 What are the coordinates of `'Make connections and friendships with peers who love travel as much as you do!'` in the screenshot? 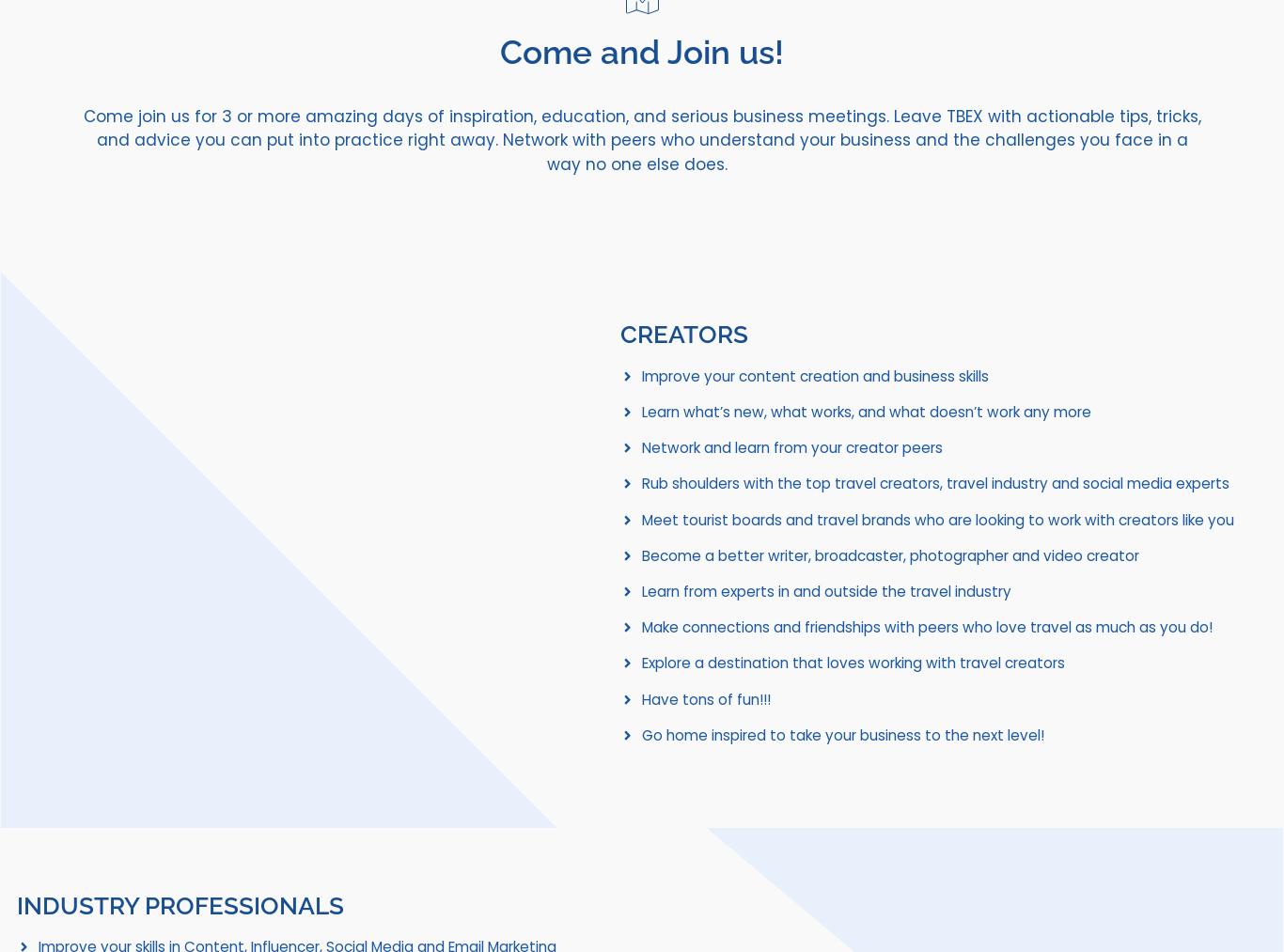 It's located at (927, 626).